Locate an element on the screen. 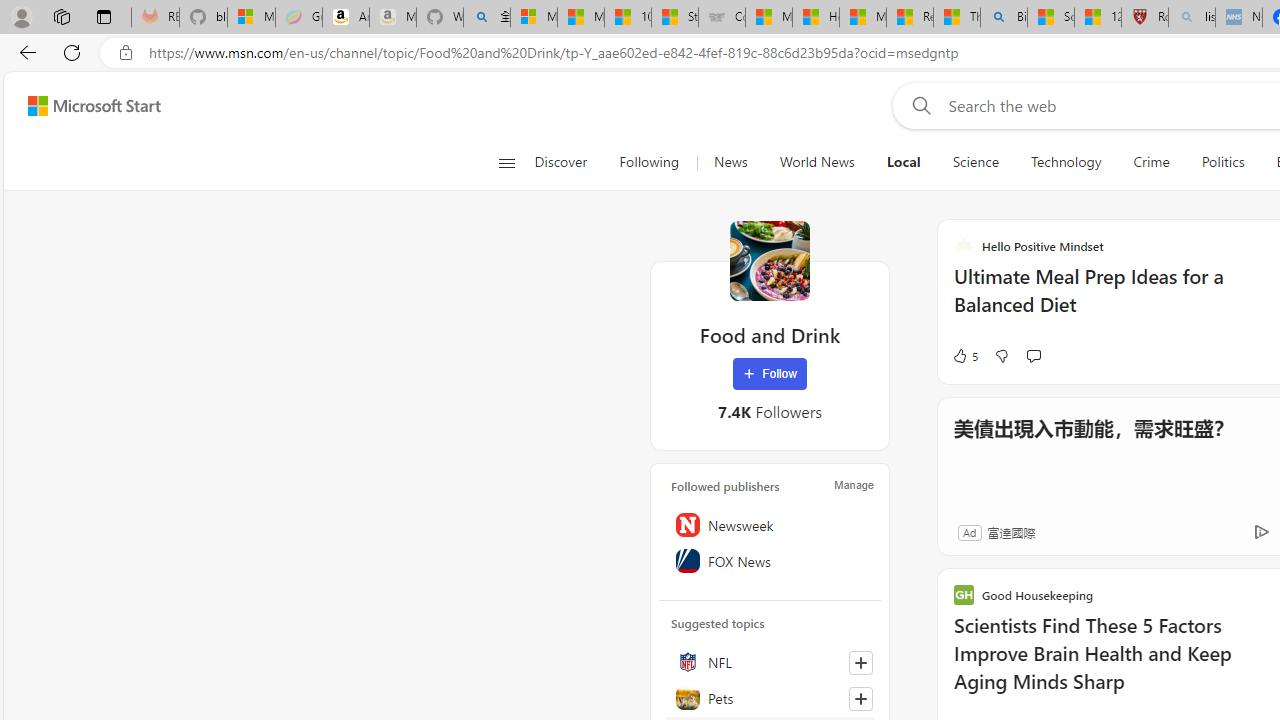  'Science - MSN' is located at coordinates (1049, 17).